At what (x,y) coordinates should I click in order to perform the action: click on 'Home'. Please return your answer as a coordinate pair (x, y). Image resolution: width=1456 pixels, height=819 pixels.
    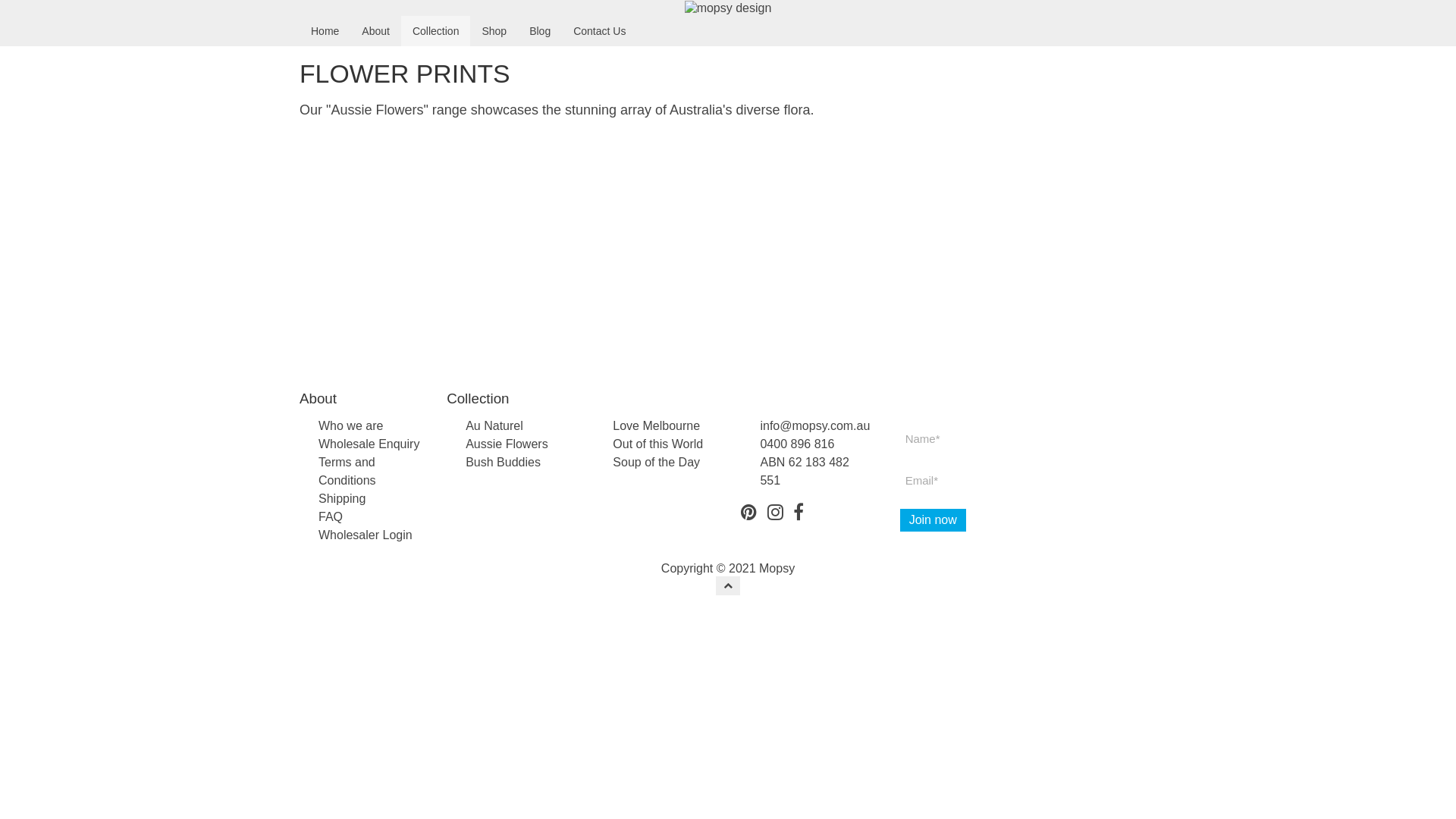
    Looking at the image, I should click on (324, 31).